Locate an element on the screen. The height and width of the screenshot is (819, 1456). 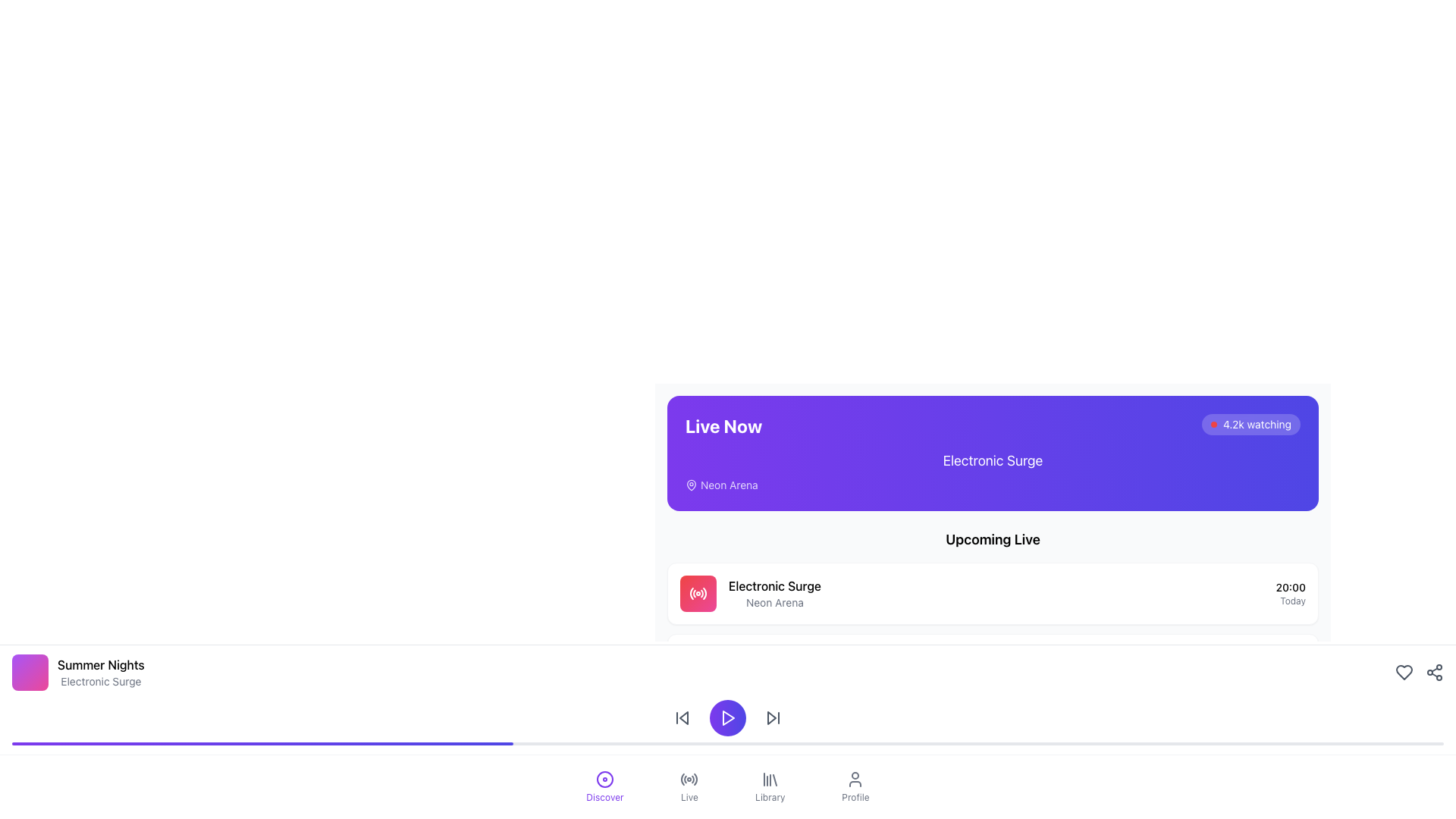
the text label that says 'Live', which is styled in a small font and appears beneath a radio signal icon in a muted gray color scheme is located at coordinates (689, 797).